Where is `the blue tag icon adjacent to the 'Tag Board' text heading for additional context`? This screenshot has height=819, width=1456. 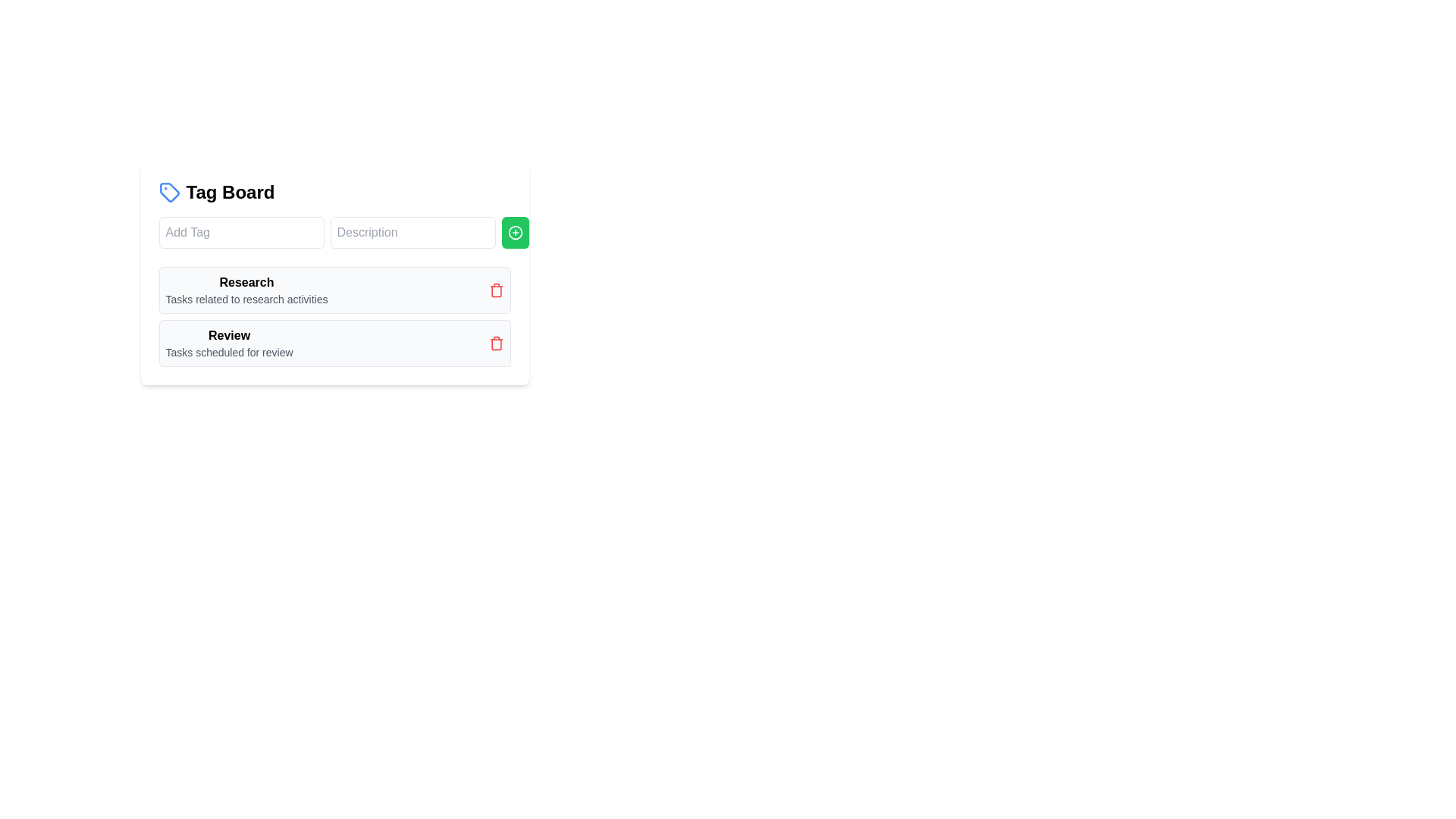 the blue tag icon adjacent to the 'Tag Board' text heading for additional context is located at coordinates (334, 192).